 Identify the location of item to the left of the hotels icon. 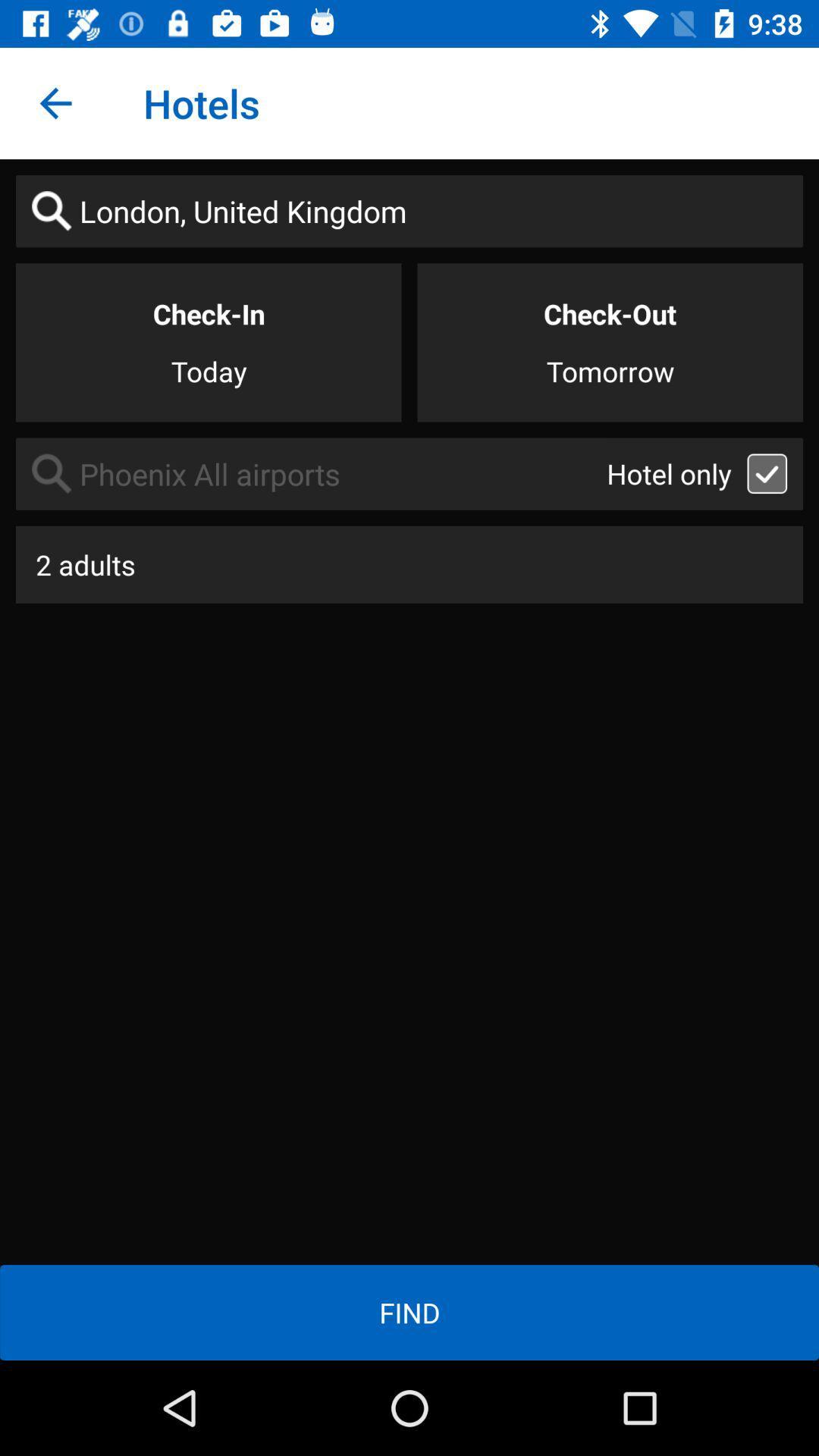
(55, 102).